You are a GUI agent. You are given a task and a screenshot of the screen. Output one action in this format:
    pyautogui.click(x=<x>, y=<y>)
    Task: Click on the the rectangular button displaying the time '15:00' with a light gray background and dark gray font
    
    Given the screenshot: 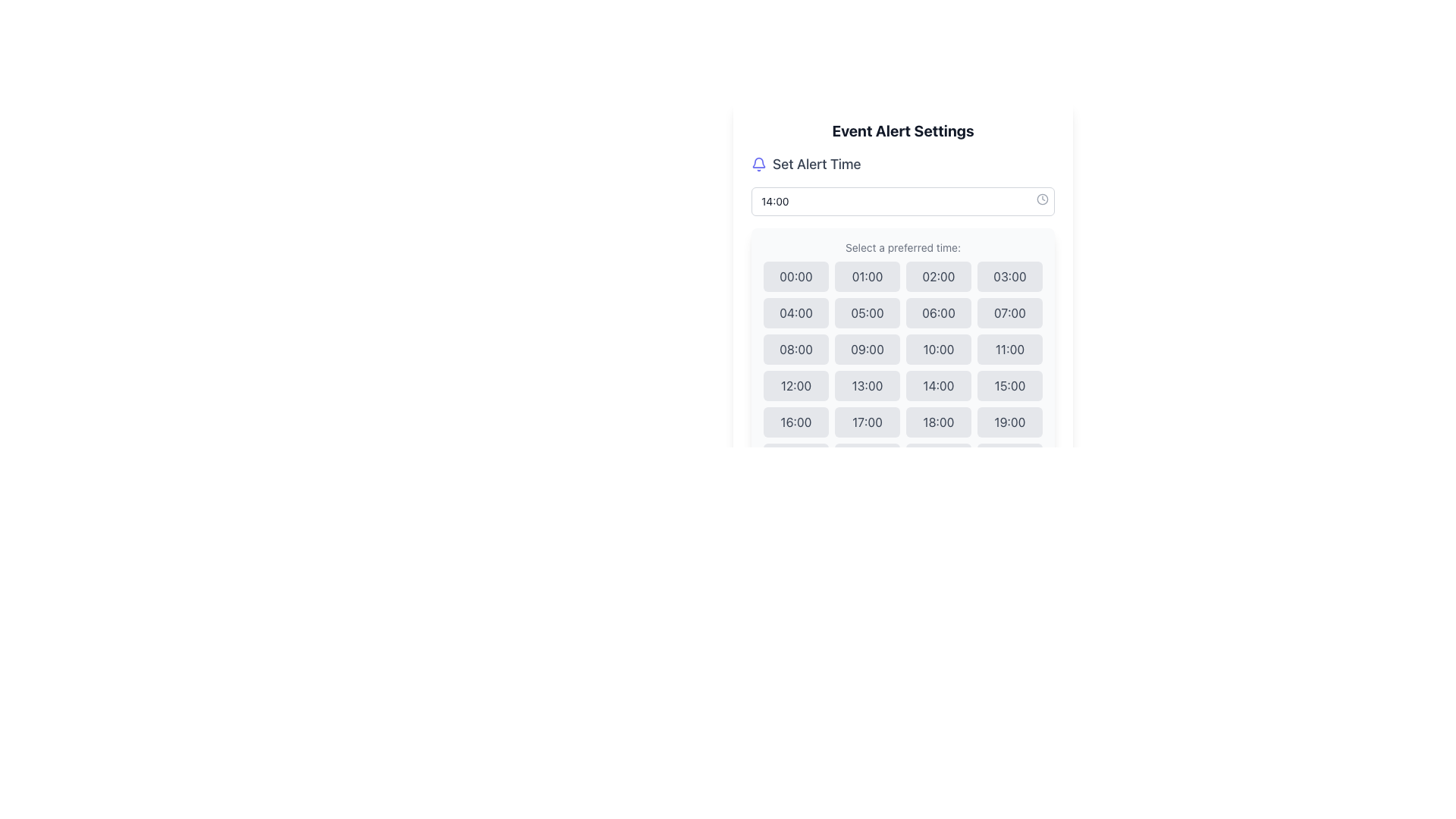 What is the action you would take?
    pyautogui.click(x=1009, y=385)
    